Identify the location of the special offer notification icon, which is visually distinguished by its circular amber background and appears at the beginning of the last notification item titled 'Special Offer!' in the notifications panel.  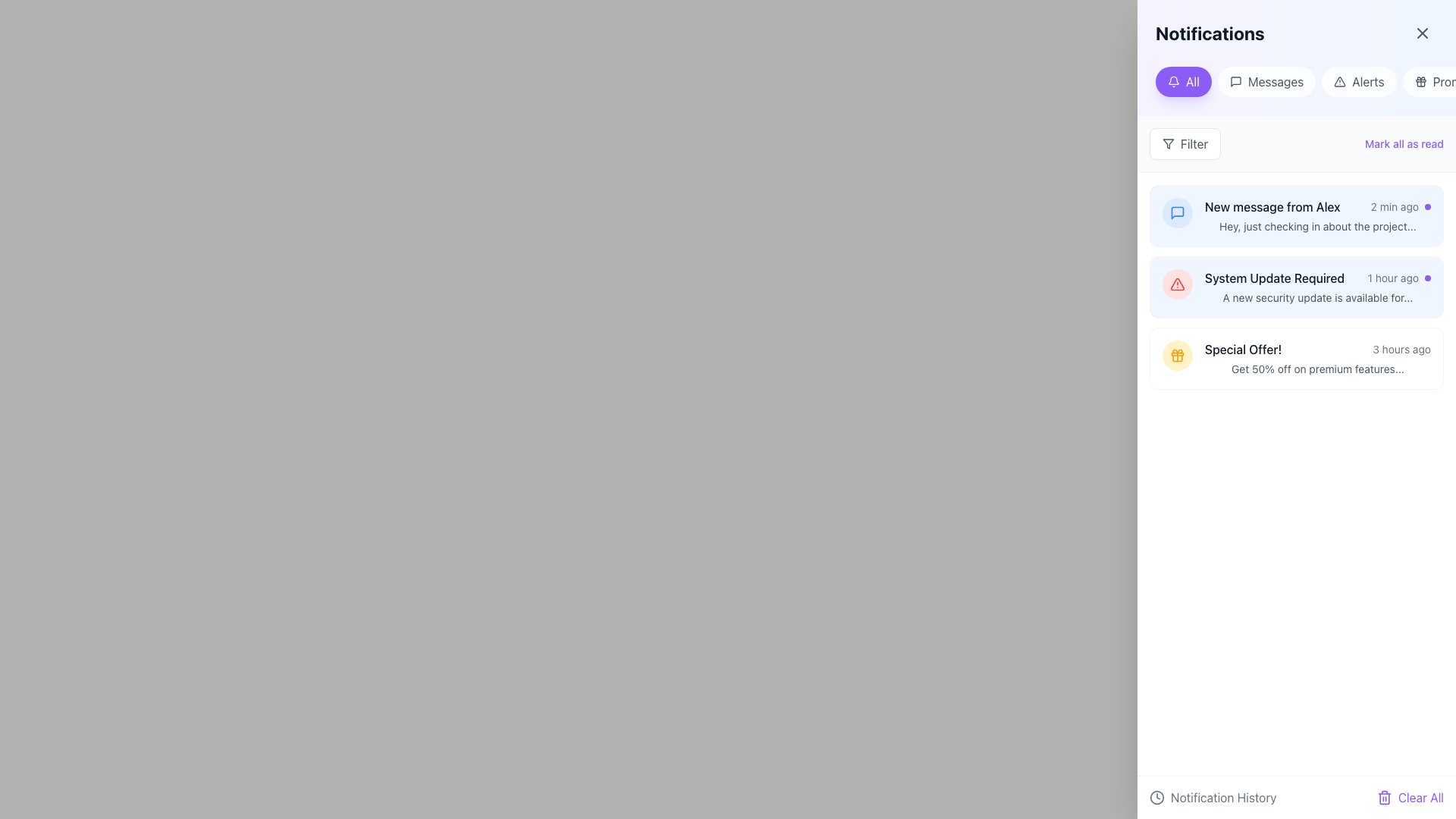
(1177, 356).